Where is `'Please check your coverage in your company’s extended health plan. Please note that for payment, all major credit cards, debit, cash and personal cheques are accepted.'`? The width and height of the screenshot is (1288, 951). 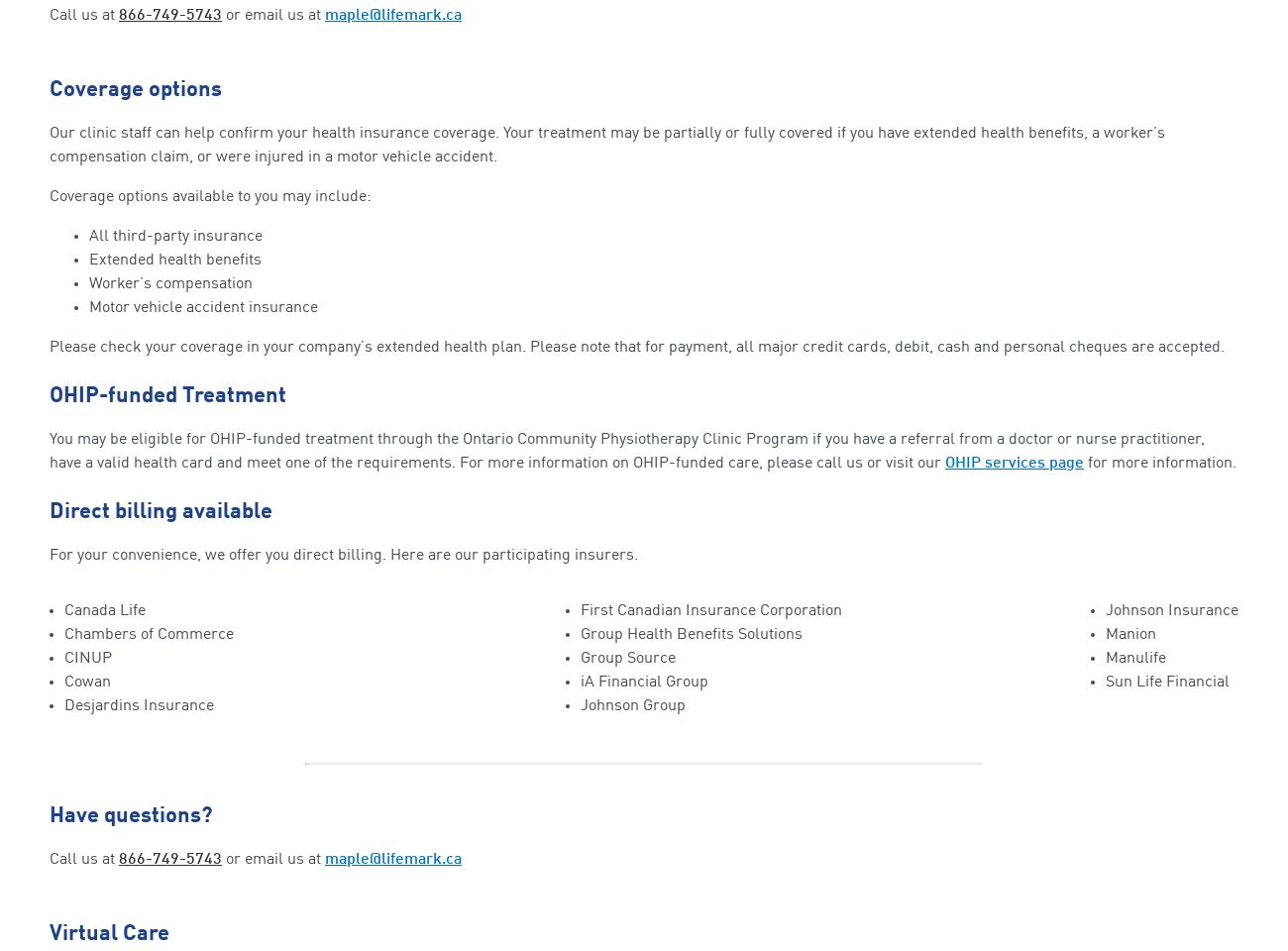
'Please check your coverage in your company’s extended health plan. Please note that for payment, all major credit cards, debit, cash and personal cheques are accepted.' is located at coordinates (636, 347).